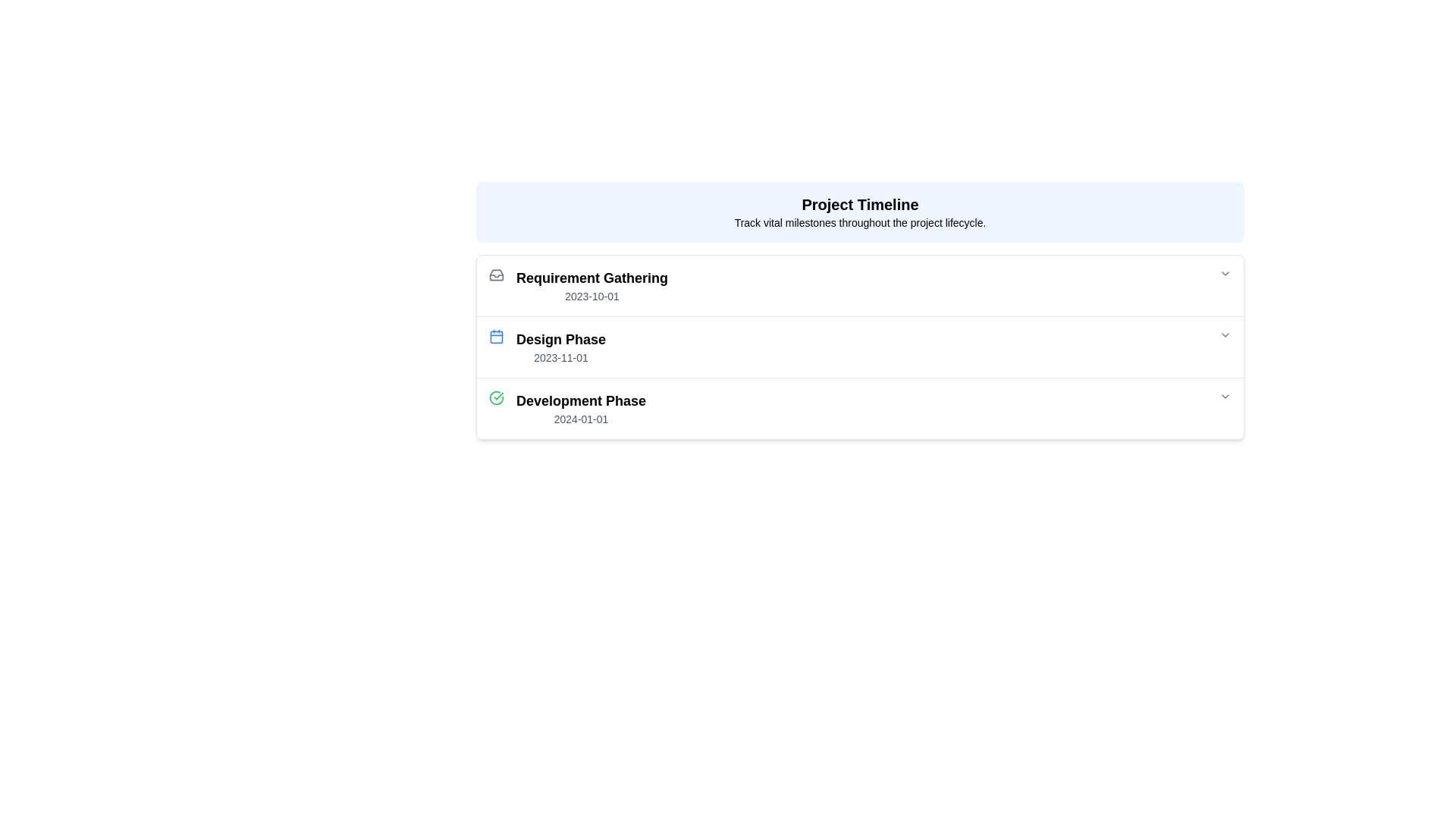 The image size is (1456, 819). Describe the element at coordinates (1225, 334) in the screenshot. I see `the downward-pointing chevron icon located to the far-right of the 'Design Phase' section in the timeline UI` at that location.